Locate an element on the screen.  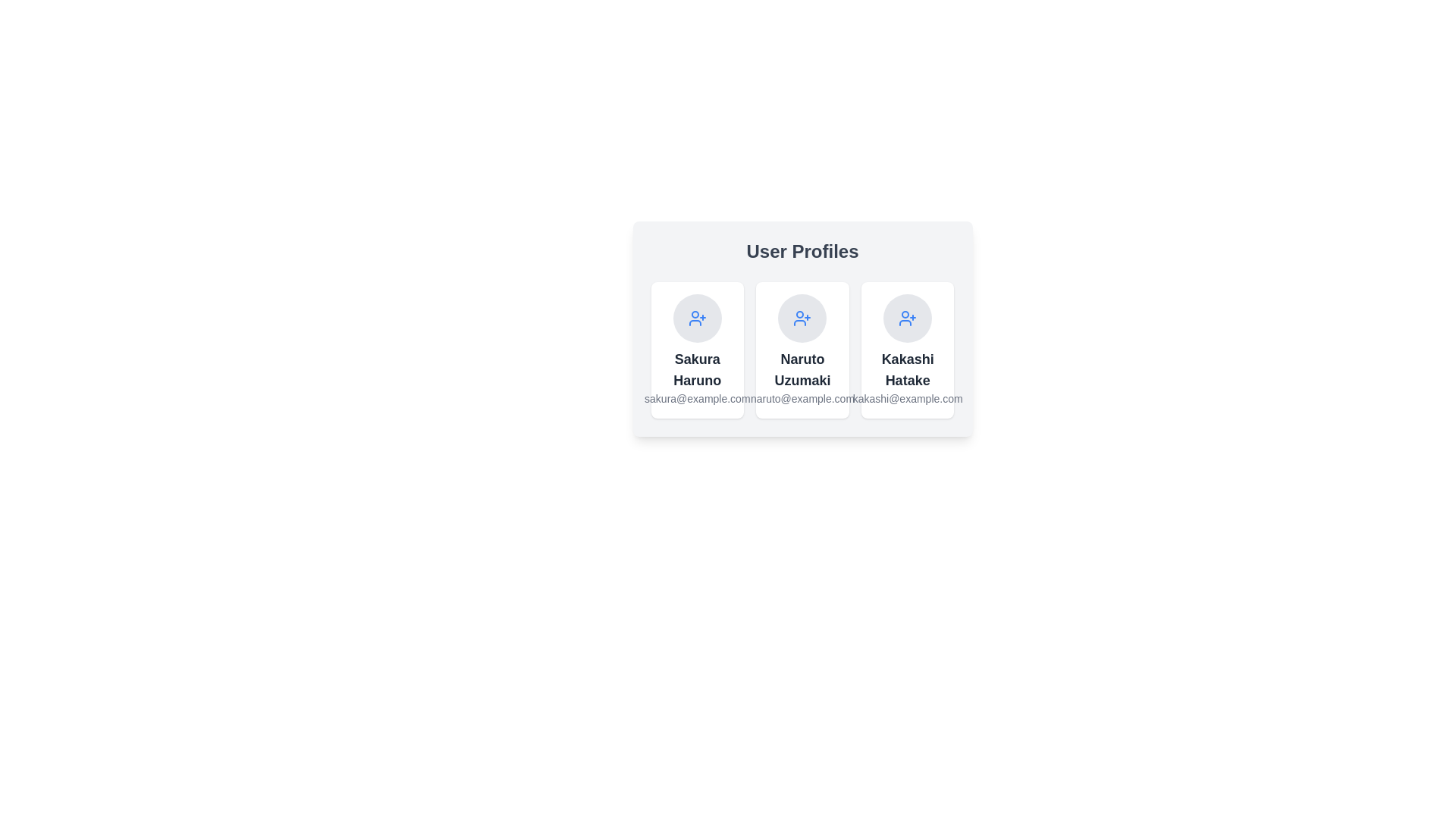
the blue circular user silhouette icon with a plus symbol in the third user profile card in the 'User Profiles' section, which is positioned above the name 'Kakashi Hatake' is located at coordinates (908, 318).